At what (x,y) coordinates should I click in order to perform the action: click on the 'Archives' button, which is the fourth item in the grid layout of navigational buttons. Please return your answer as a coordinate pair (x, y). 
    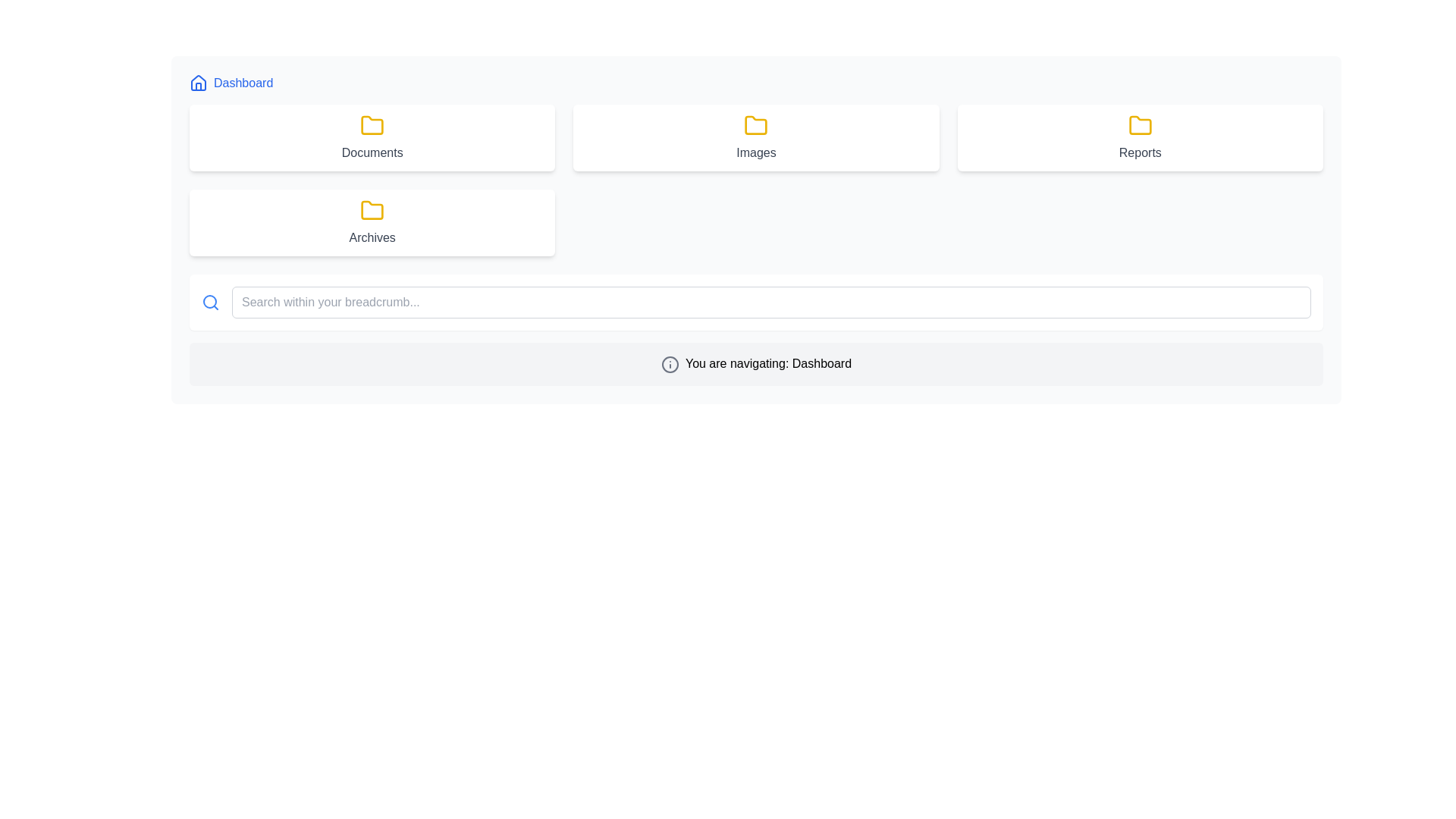
    Looking at the image, I should click on (372, 222).